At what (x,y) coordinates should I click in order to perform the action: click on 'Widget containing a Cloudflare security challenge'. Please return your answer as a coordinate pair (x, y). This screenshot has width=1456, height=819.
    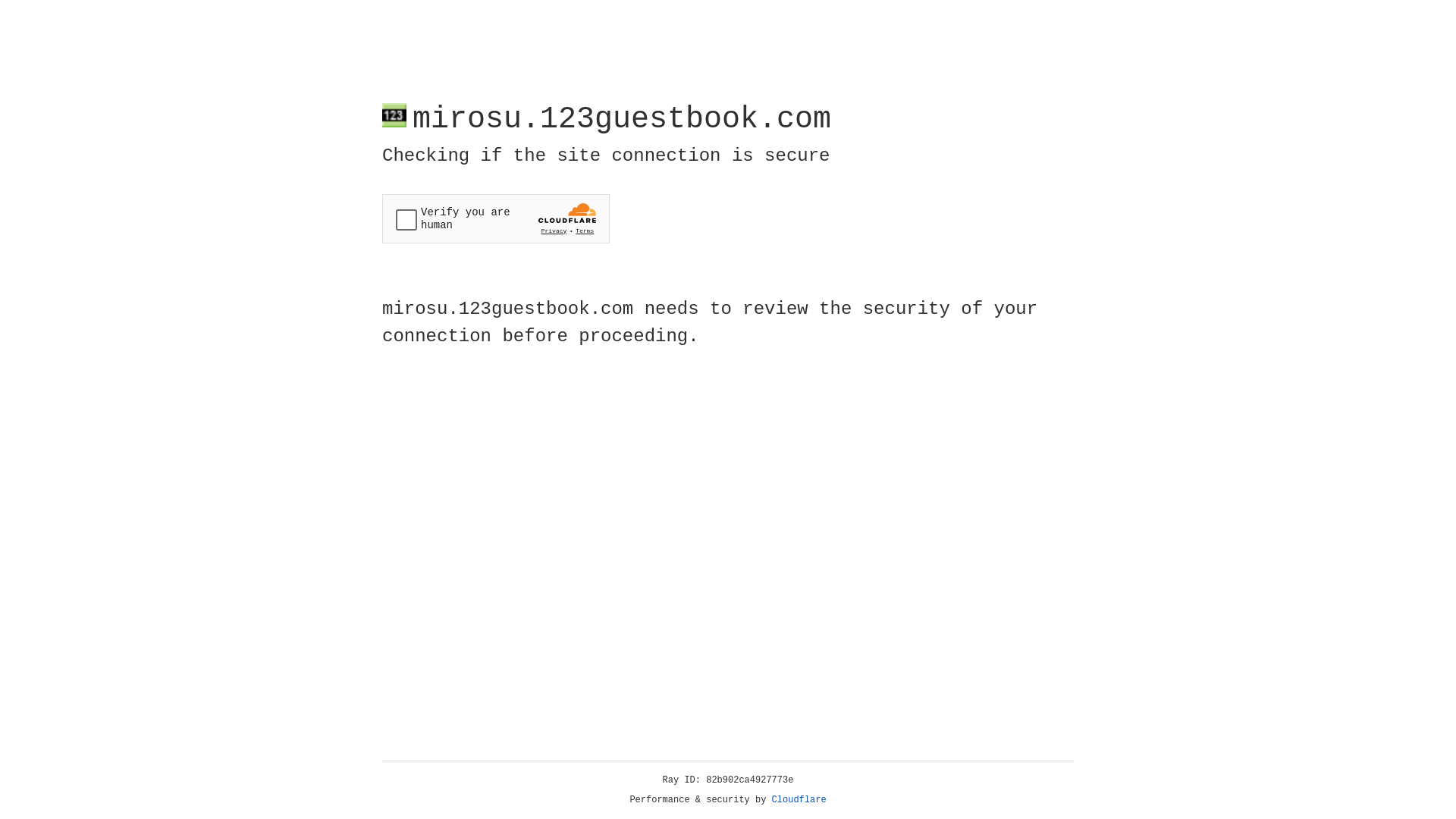
    Looking at the image, I should click on (495, 218).